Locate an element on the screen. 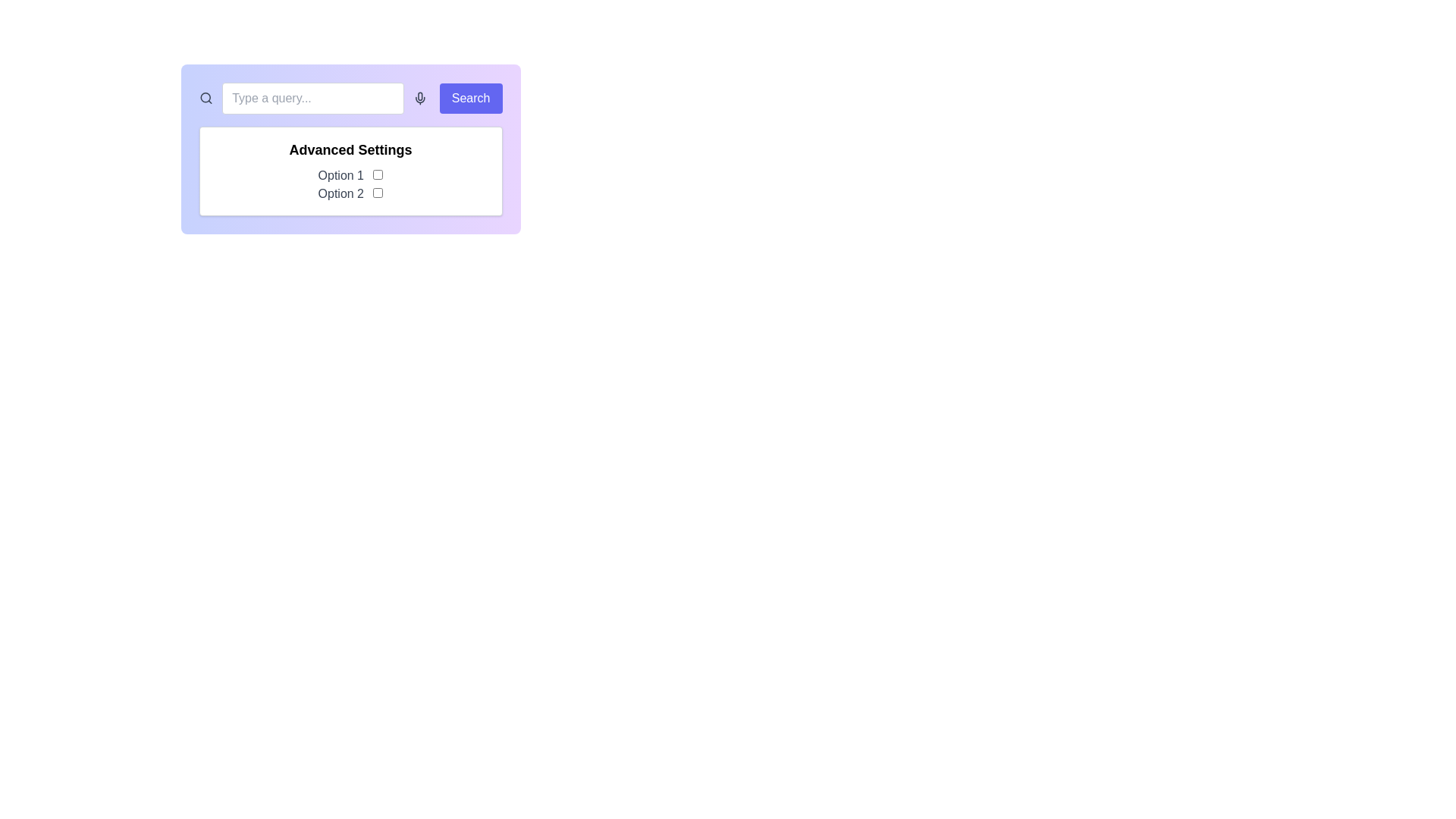 This screenshot has width=1456, height=819. the 'Advanced Settings' group containing checkboxes for 'Option 1' and 'Option 2' is located at coordinates (350, 171).